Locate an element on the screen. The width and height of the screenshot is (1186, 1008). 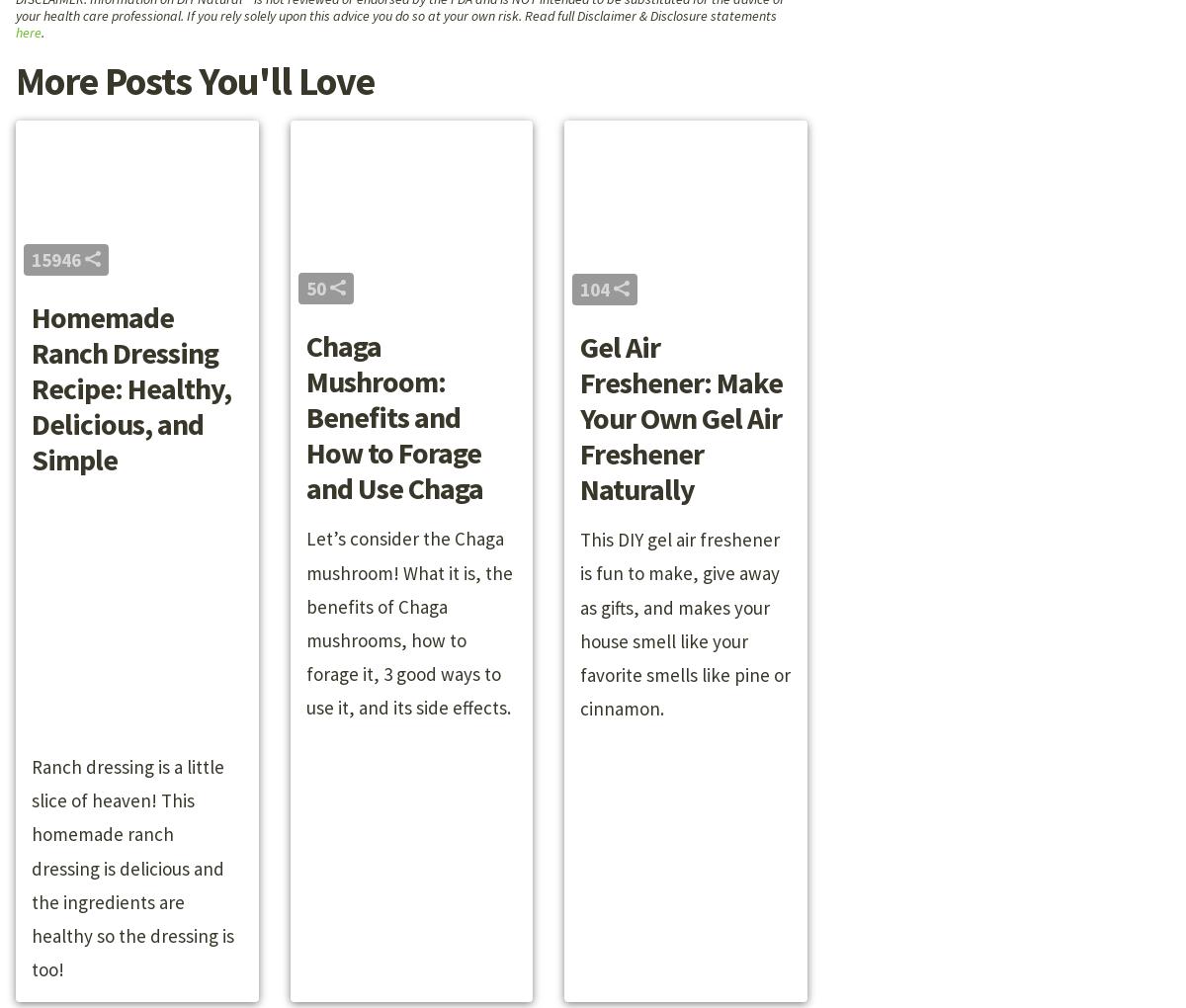
'Gel Air Freshener: Make Your Own Gel Air Freshener Naturally' is located at coordinates (579, 417).